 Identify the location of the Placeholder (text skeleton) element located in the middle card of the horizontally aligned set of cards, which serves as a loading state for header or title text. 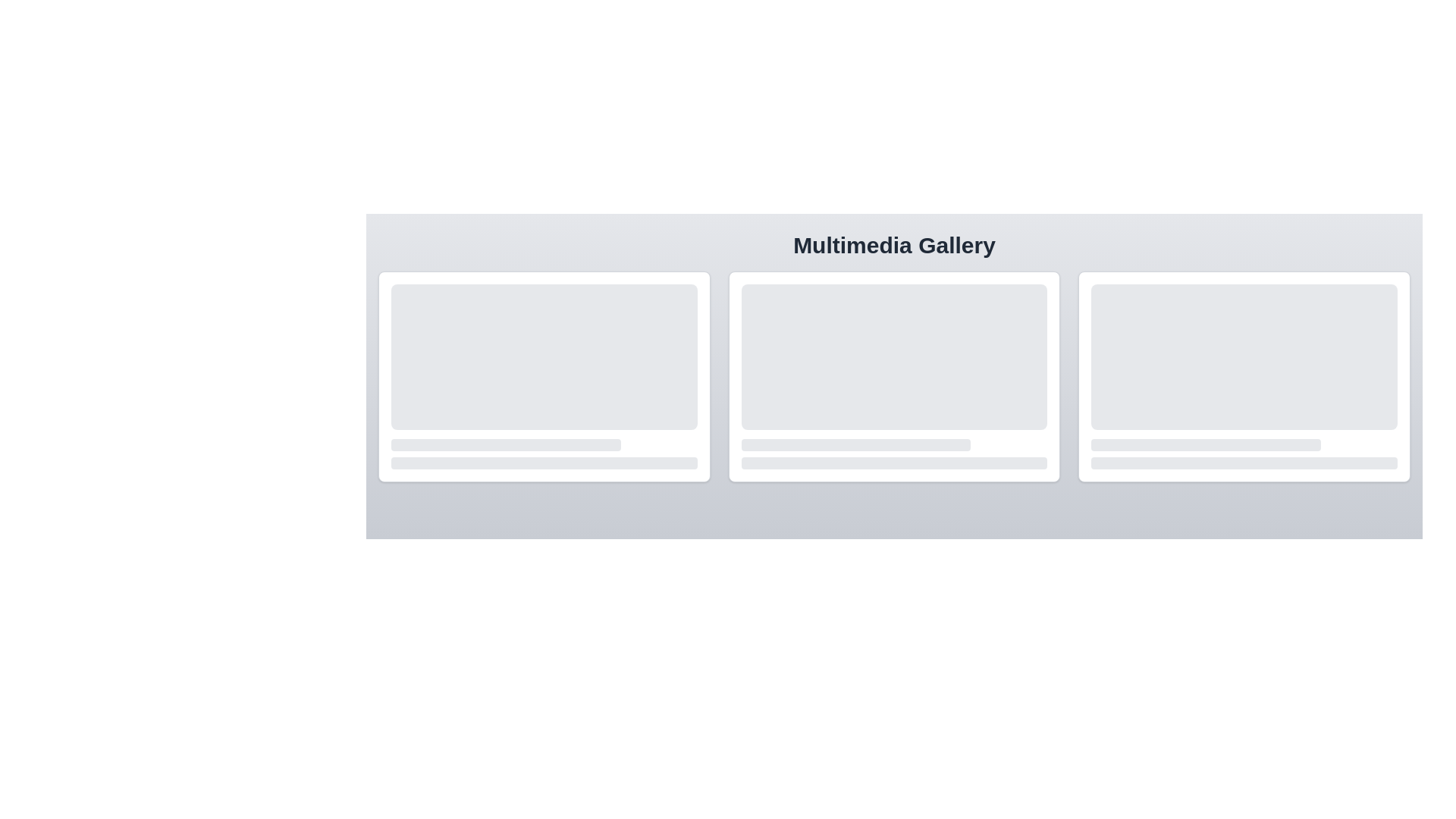
(894, 444).